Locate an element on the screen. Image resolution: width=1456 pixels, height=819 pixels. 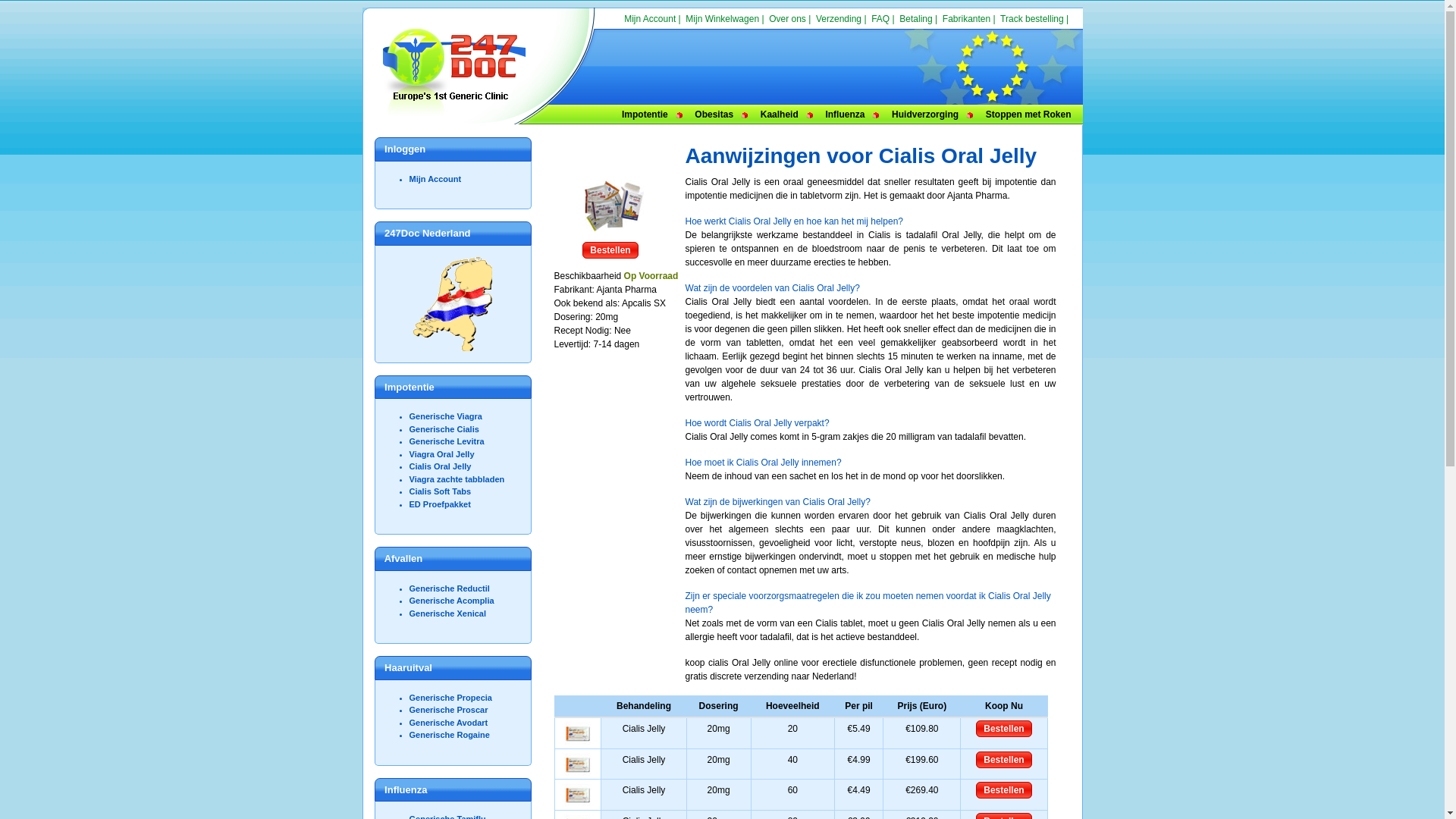
'Obesitas' is located at coordinates (694, 113).